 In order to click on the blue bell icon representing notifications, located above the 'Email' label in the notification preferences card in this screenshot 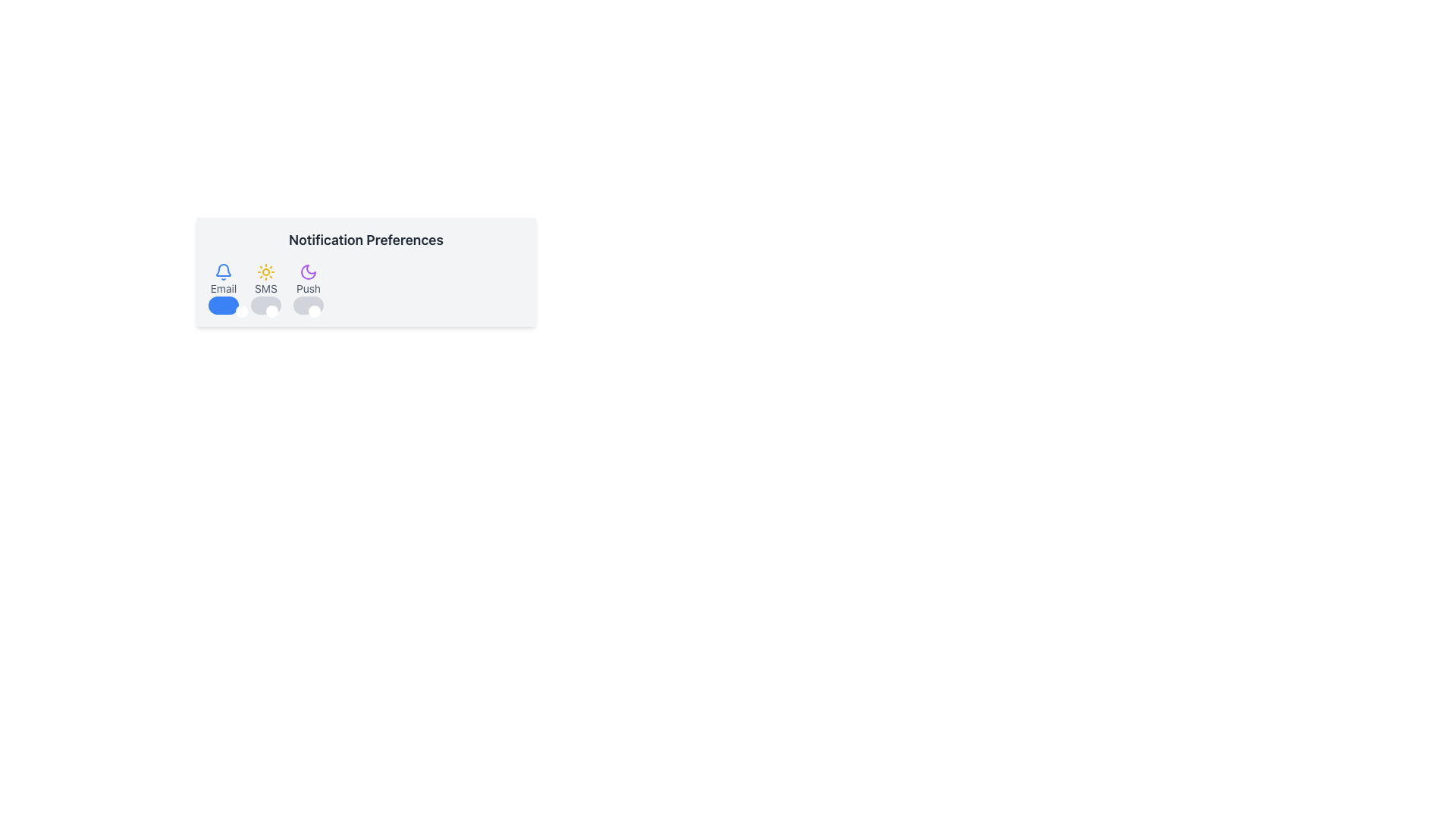, I will do `click(222, 271)`.